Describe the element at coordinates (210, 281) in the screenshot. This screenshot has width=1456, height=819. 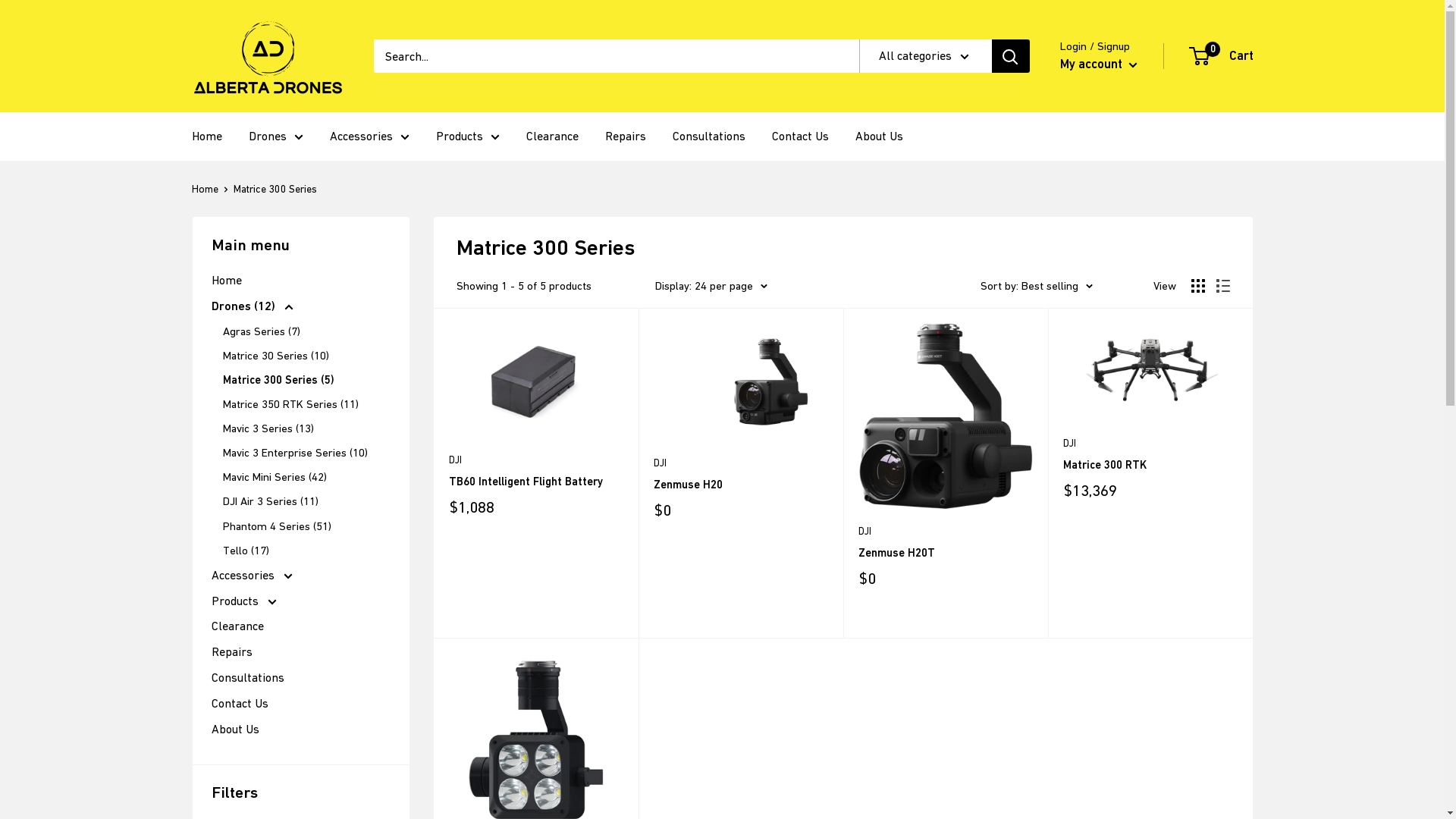
I see `'Home'` at that location.